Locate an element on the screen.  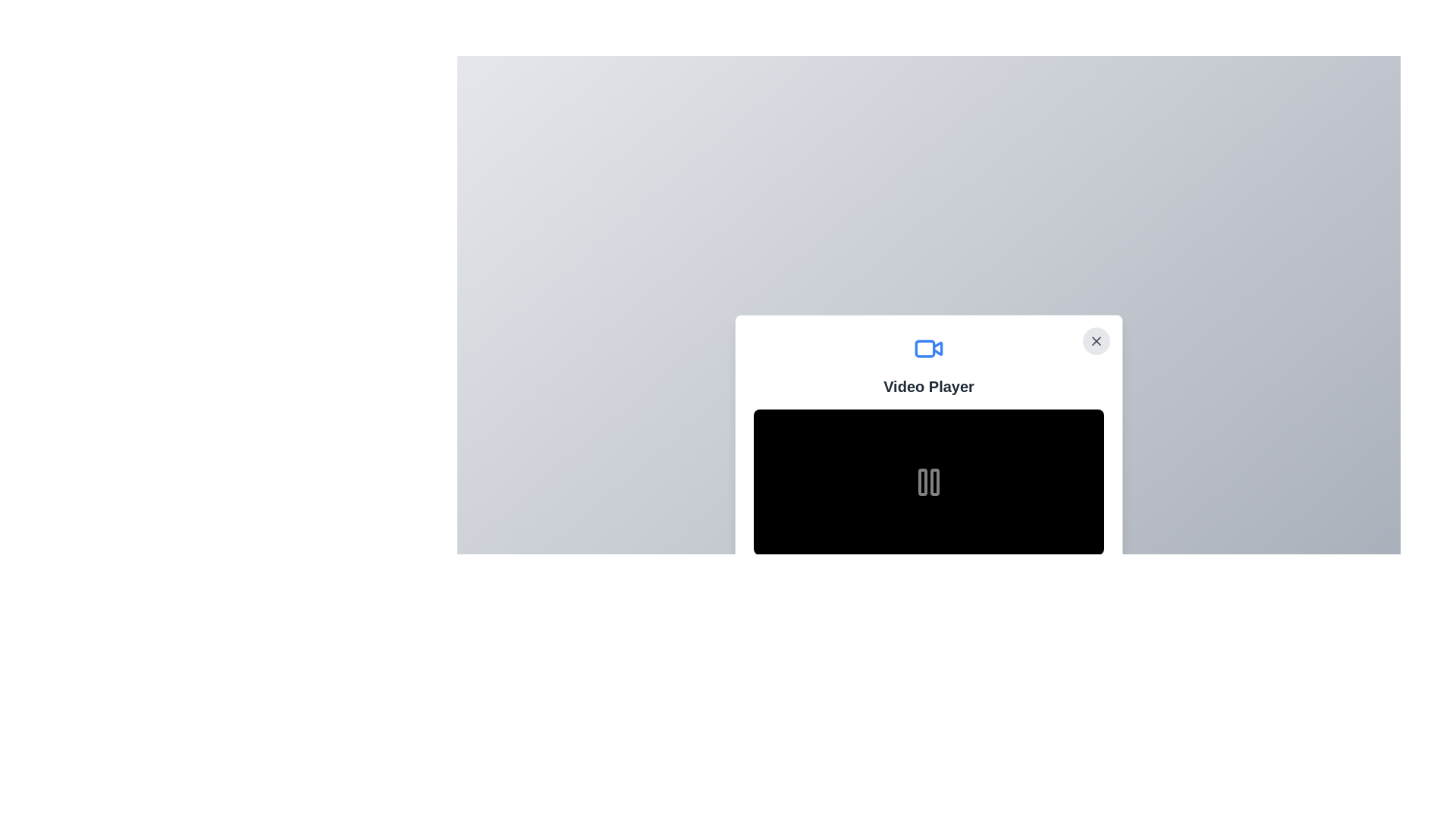
the left bar of the pause button icon in the video player interface, which is part of the control area located slightly to the left of the center is located at coordinates (922, 482).